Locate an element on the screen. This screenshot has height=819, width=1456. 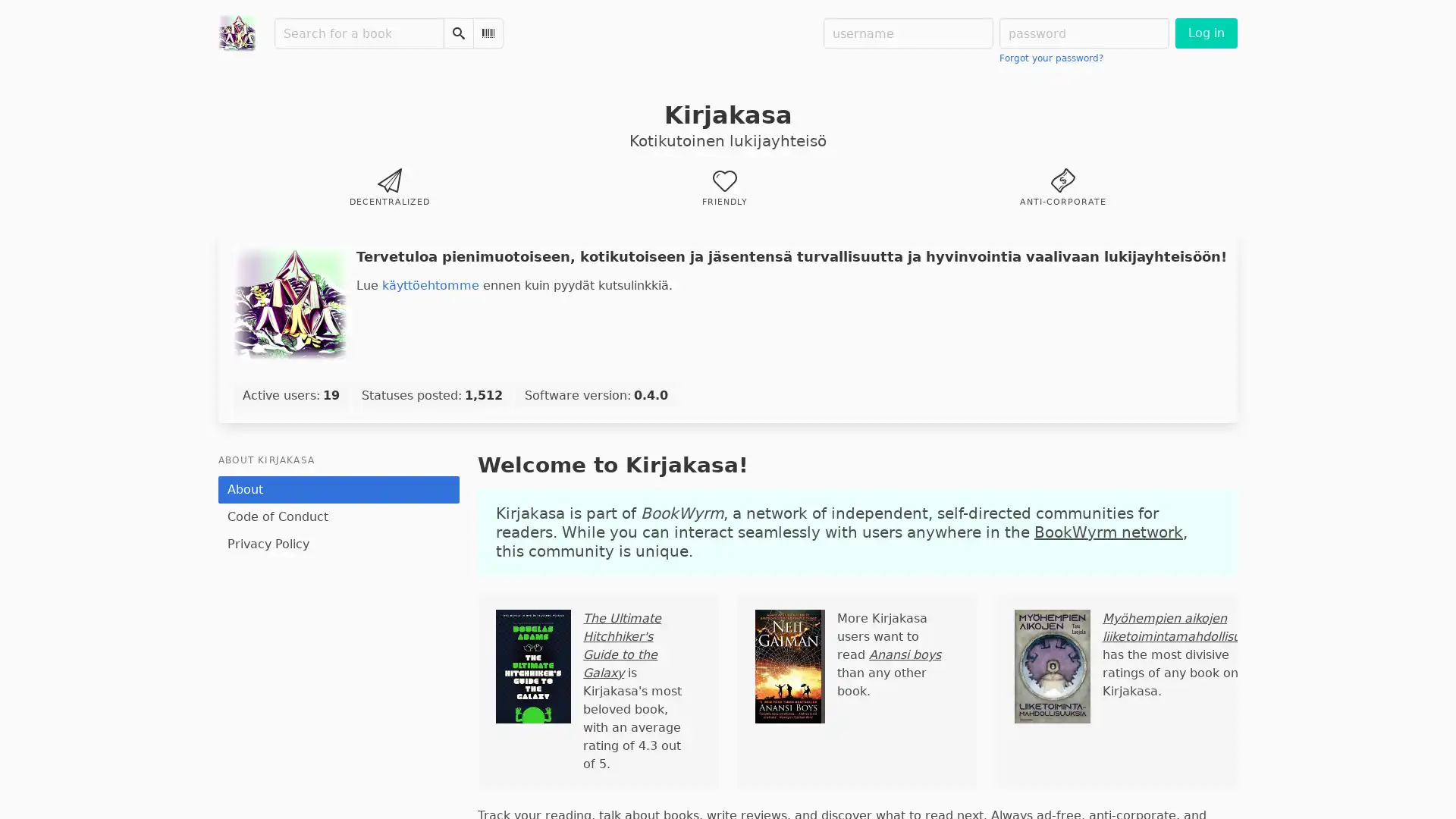
Search is located at coordinates (457, 33).